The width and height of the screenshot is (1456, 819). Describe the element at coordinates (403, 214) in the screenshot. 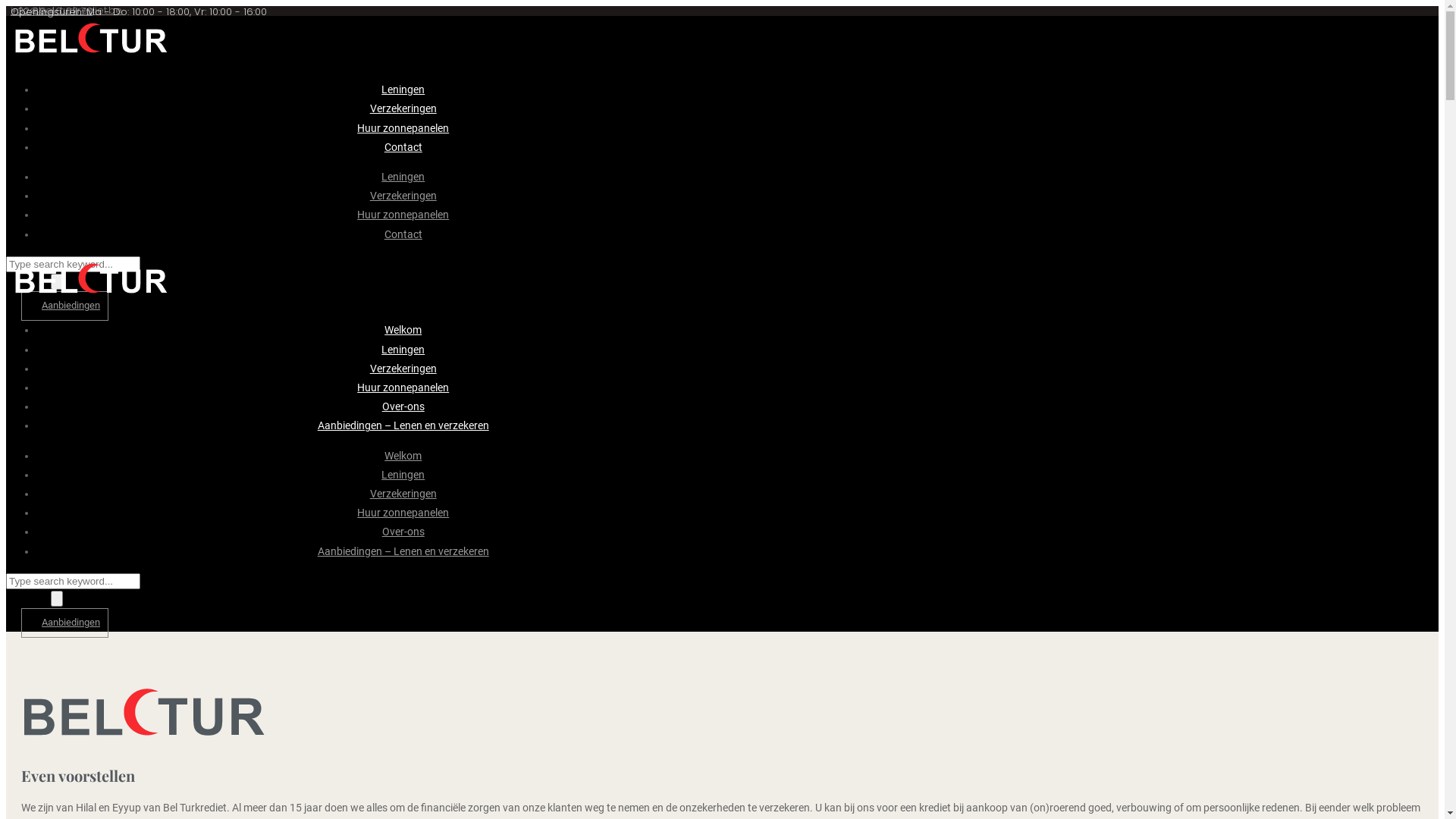

I see `'Huur zonnepanelen'` at that location.